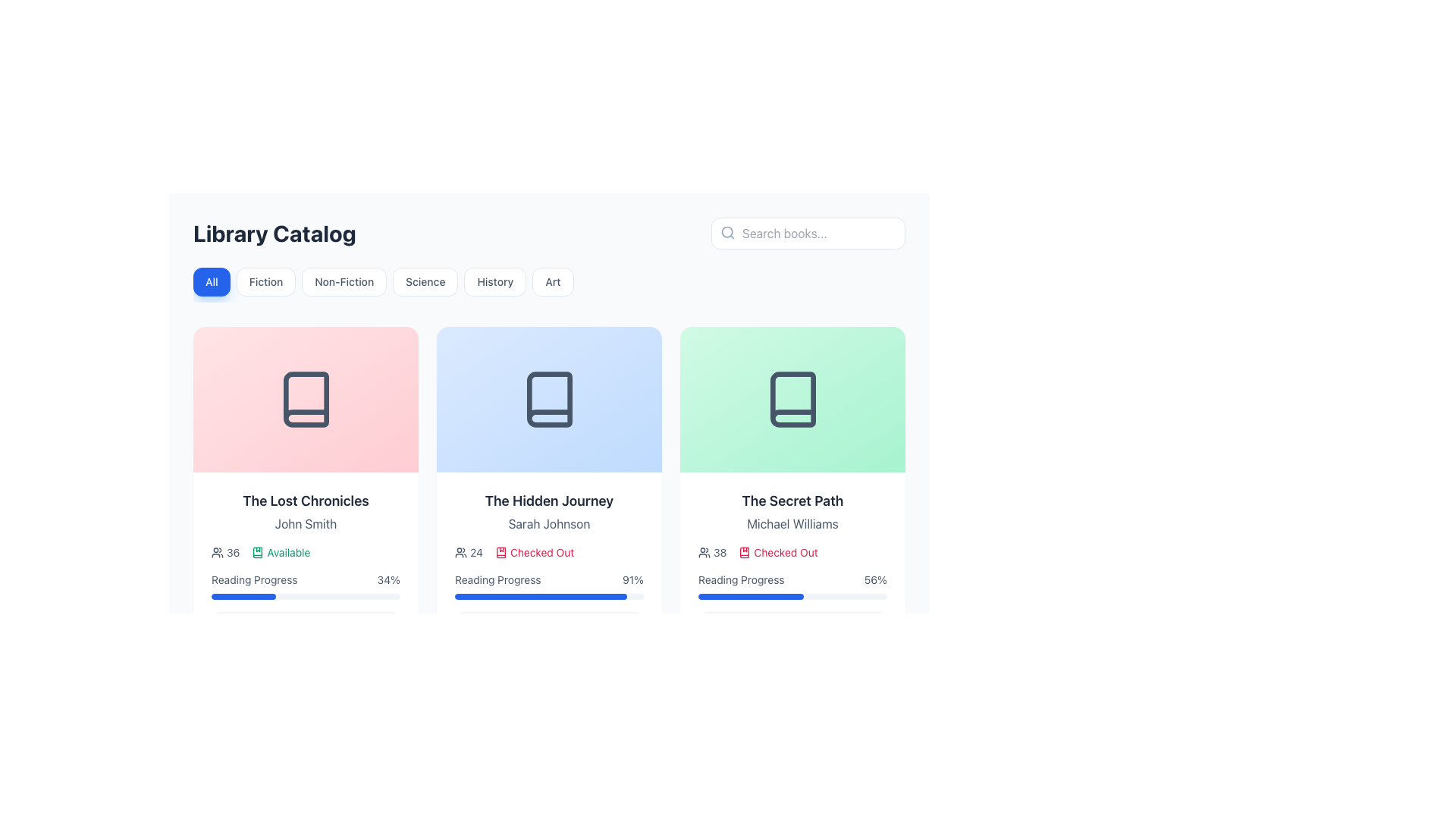 This screenshot has height=819, width=1456. I want to click on the 'Fiction' navigation button located between the 'All' and 'Non-Fiction' buttons to get a visual highlight, so click(265, 281).